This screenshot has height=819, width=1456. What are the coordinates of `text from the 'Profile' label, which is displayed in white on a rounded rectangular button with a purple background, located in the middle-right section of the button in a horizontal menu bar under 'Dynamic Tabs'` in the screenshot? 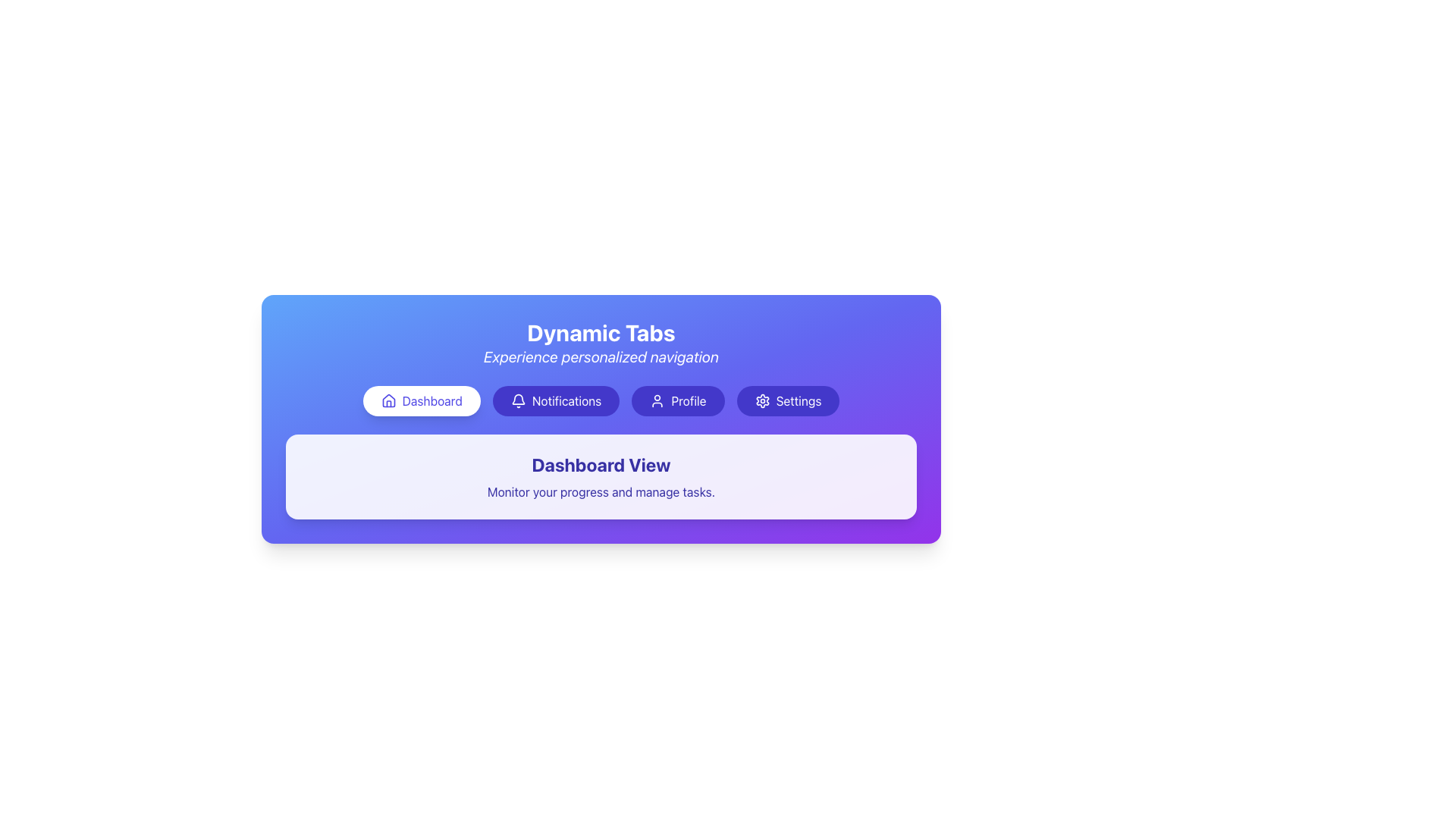 It's located at (688, 400).